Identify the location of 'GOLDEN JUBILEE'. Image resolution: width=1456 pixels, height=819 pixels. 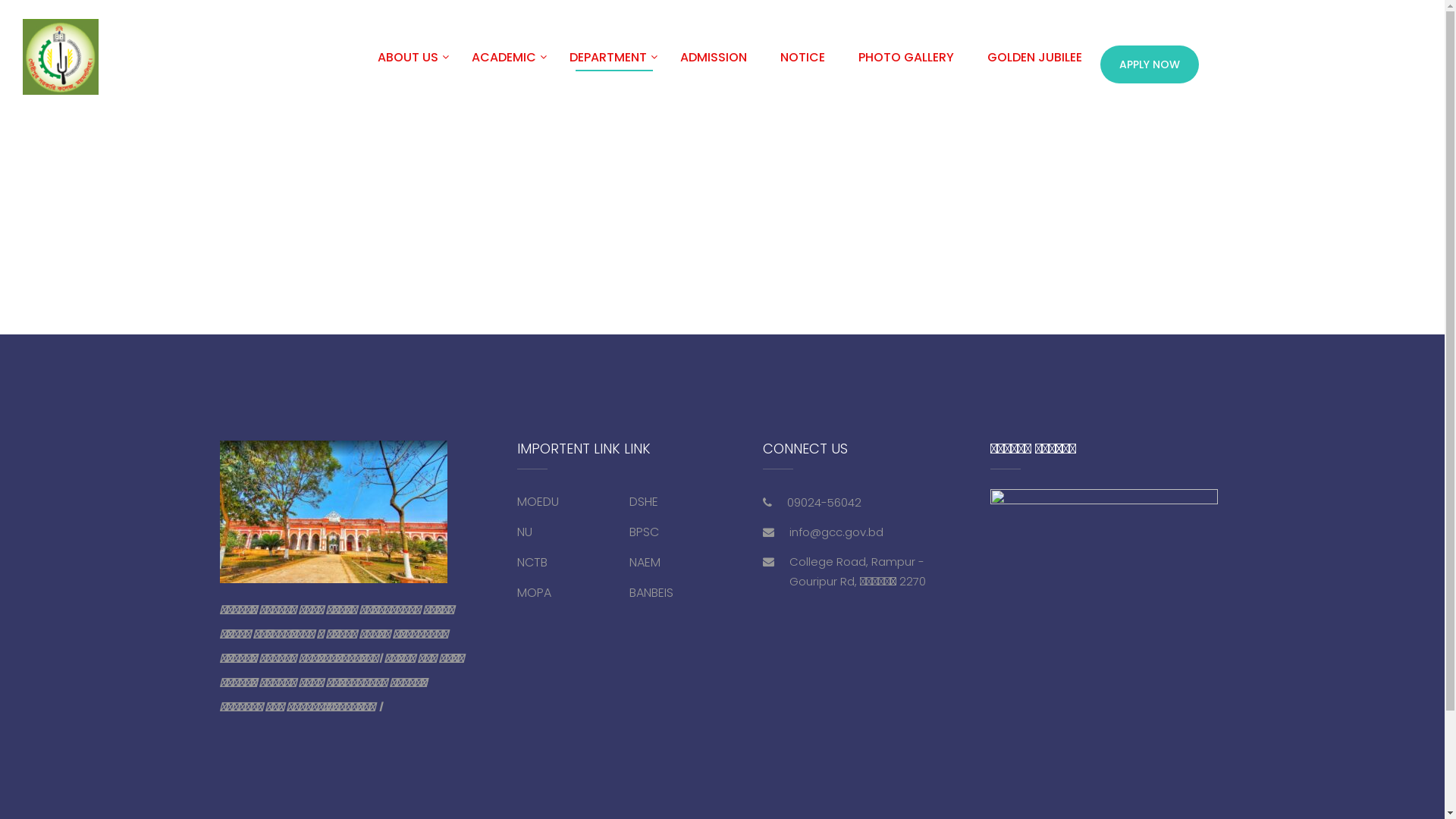
(1034, 63).